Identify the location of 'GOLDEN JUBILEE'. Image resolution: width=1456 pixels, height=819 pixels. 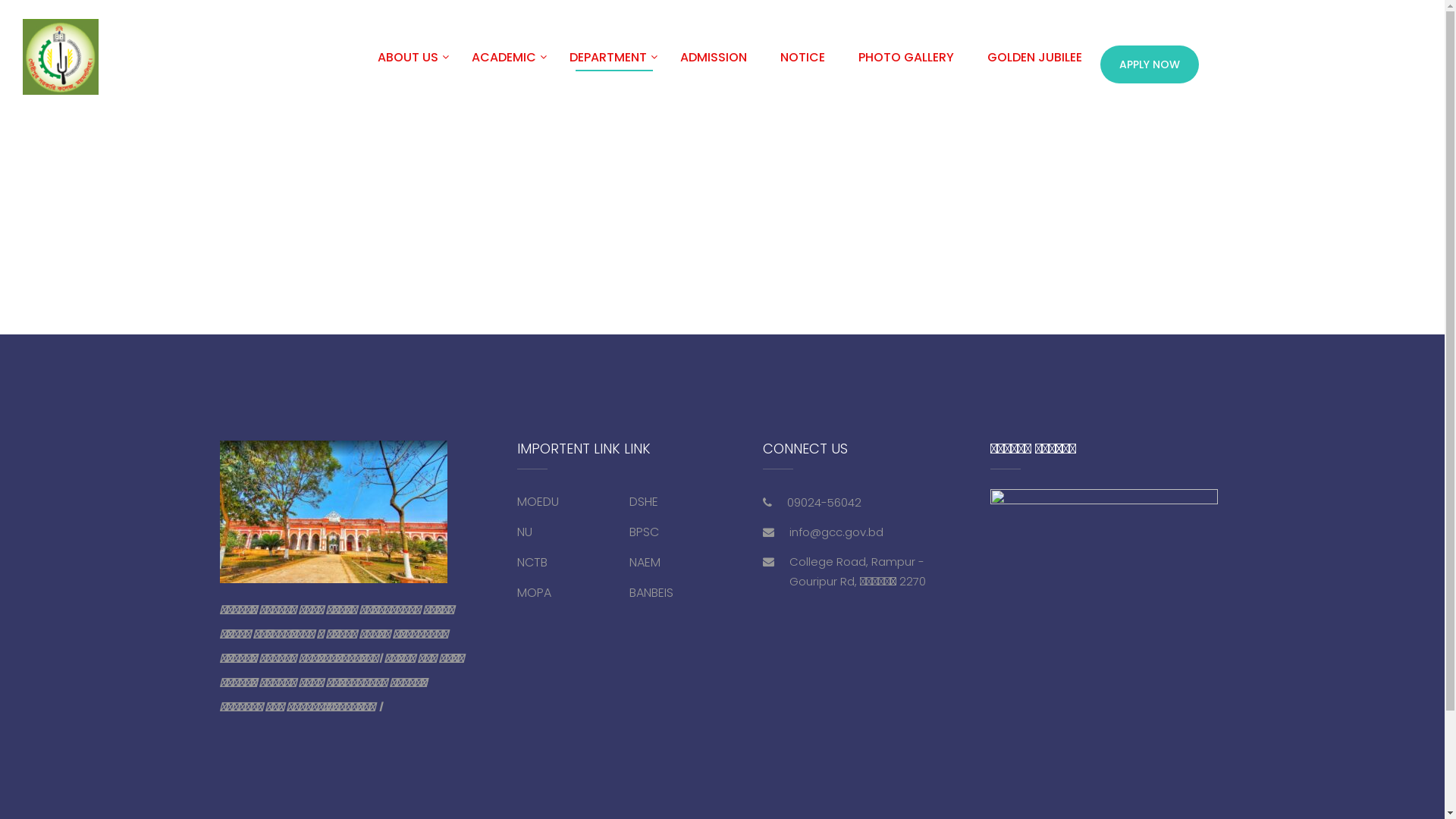
(1034, 63).